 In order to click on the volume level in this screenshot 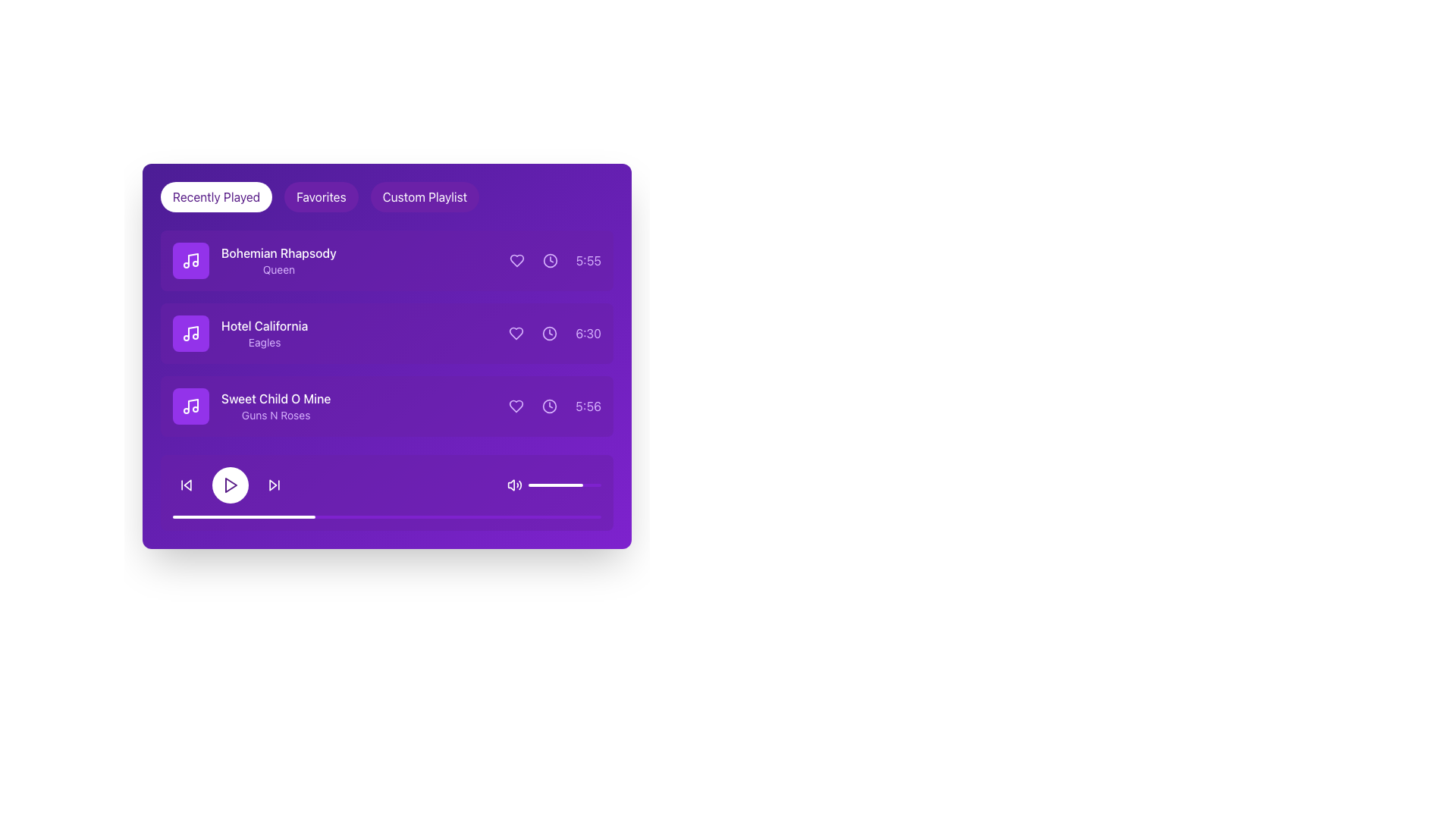, I will do `click(570, 485)`.